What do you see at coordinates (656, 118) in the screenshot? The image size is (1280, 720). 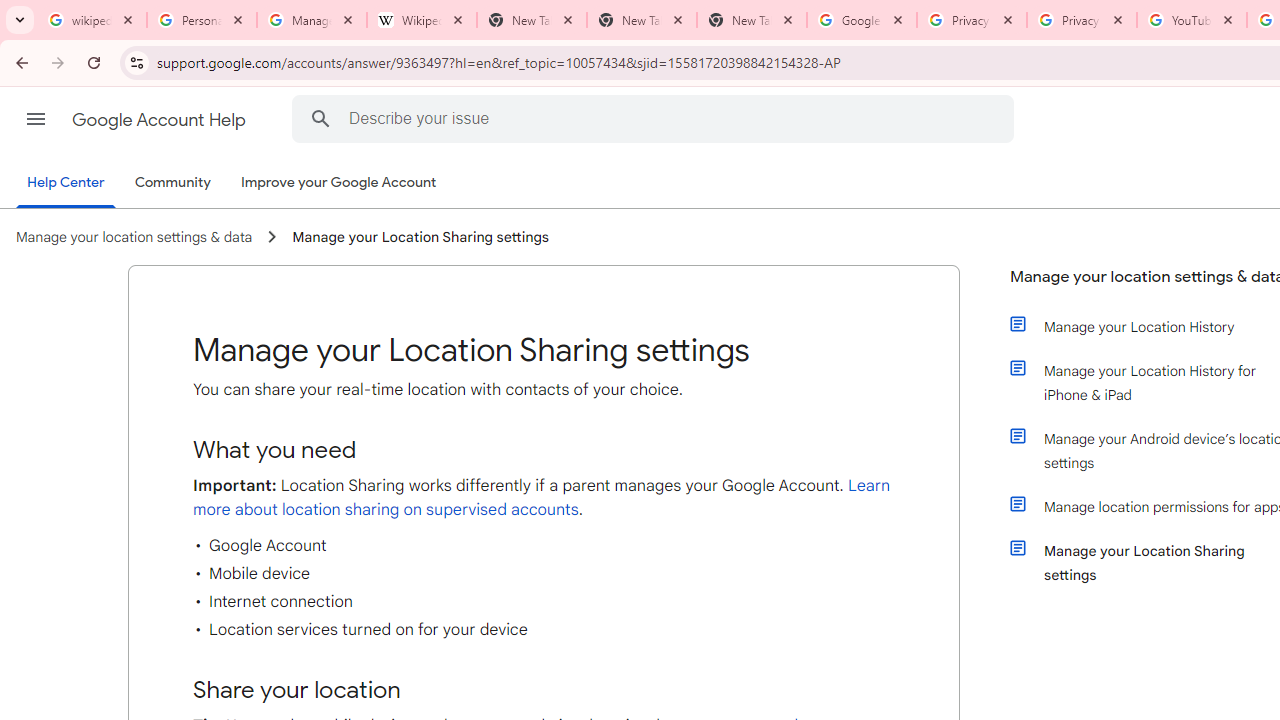 I see `'Describe your issue'` at bounding box center [656, 118].